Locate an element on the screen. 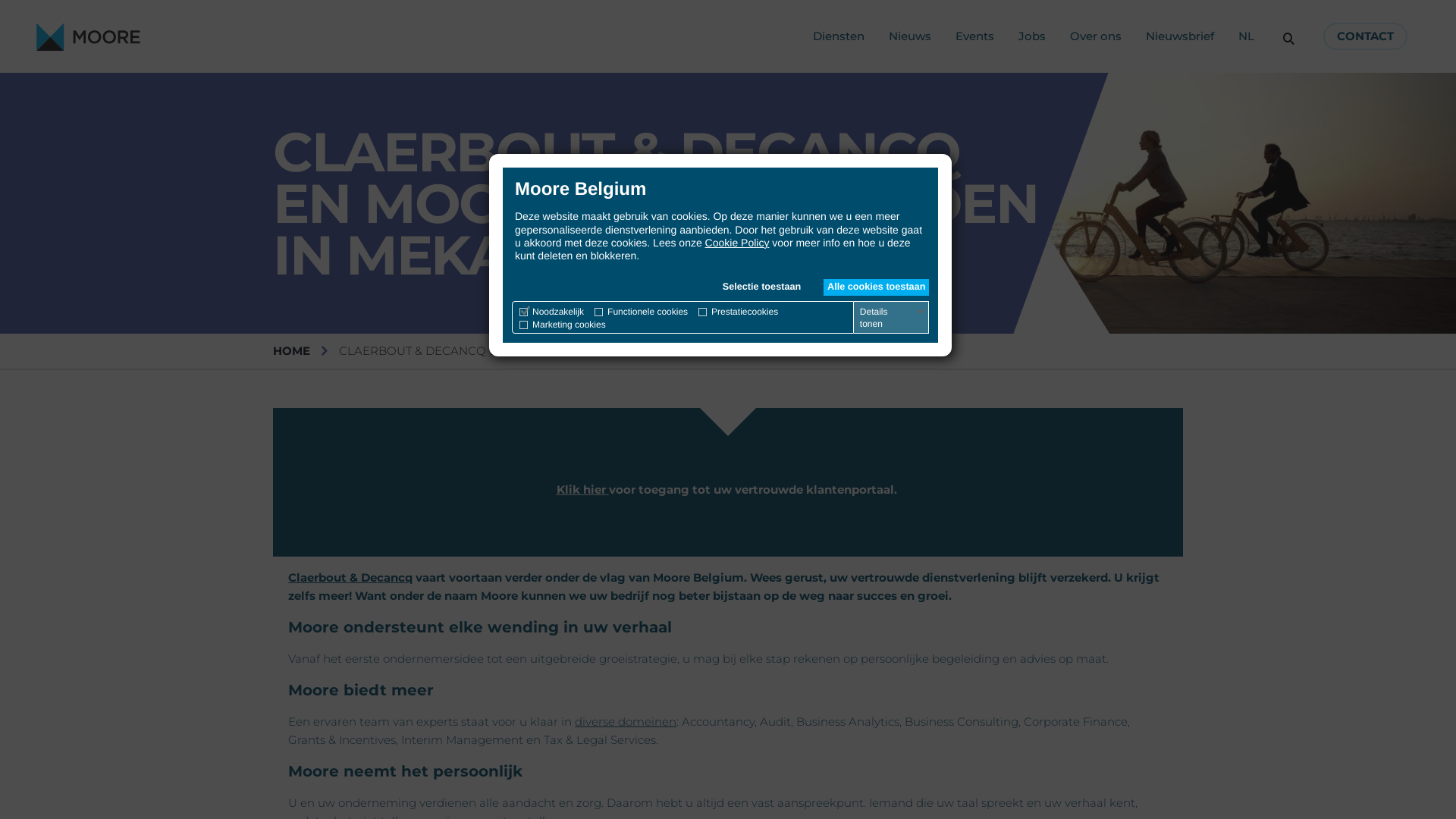  'Cookie Policy' is located at coordinates (704, 242).